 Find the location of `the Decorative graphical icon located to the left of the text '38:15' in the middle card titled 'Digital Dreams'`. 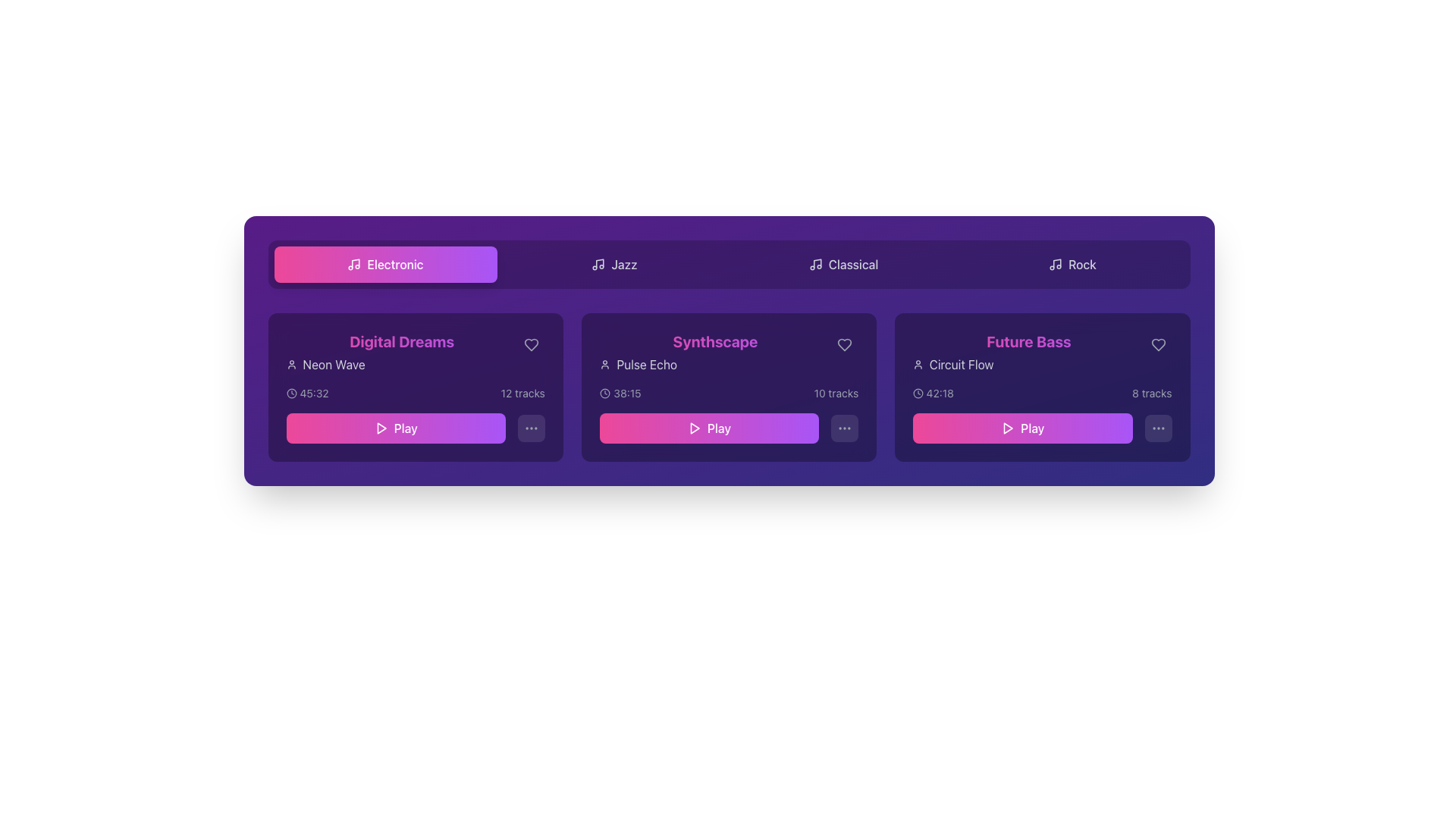

the Decorative graphical icon located to the left of the text '38:15' in the middle card titled 'Digital Dreams' is located at coordinates (604, 393).